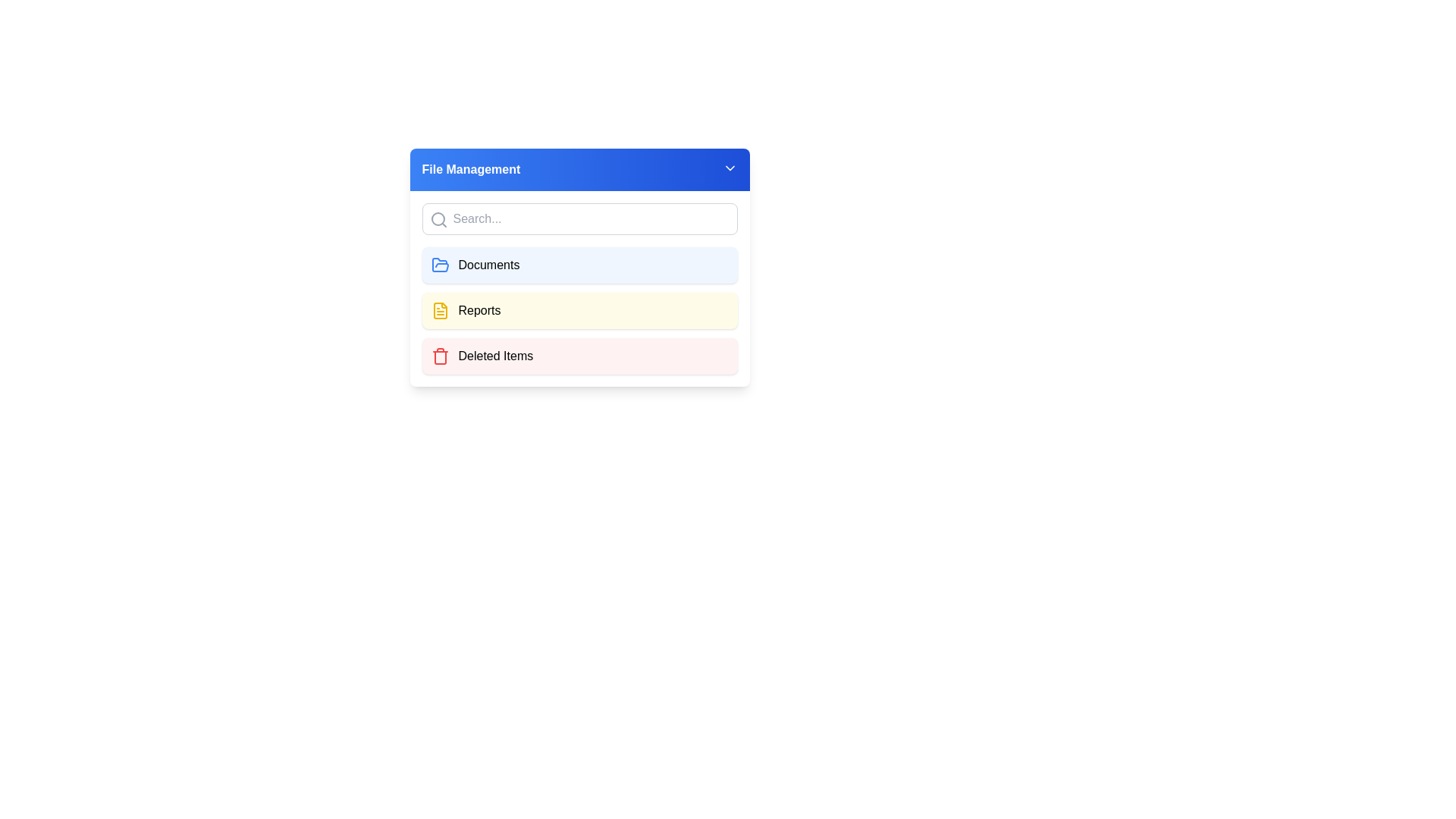 Image resolution: width=1456 pixels, height=819 pixels. I want to click on the second interactive list item under 'File Management' titled 'Reports', so click(579, 309).